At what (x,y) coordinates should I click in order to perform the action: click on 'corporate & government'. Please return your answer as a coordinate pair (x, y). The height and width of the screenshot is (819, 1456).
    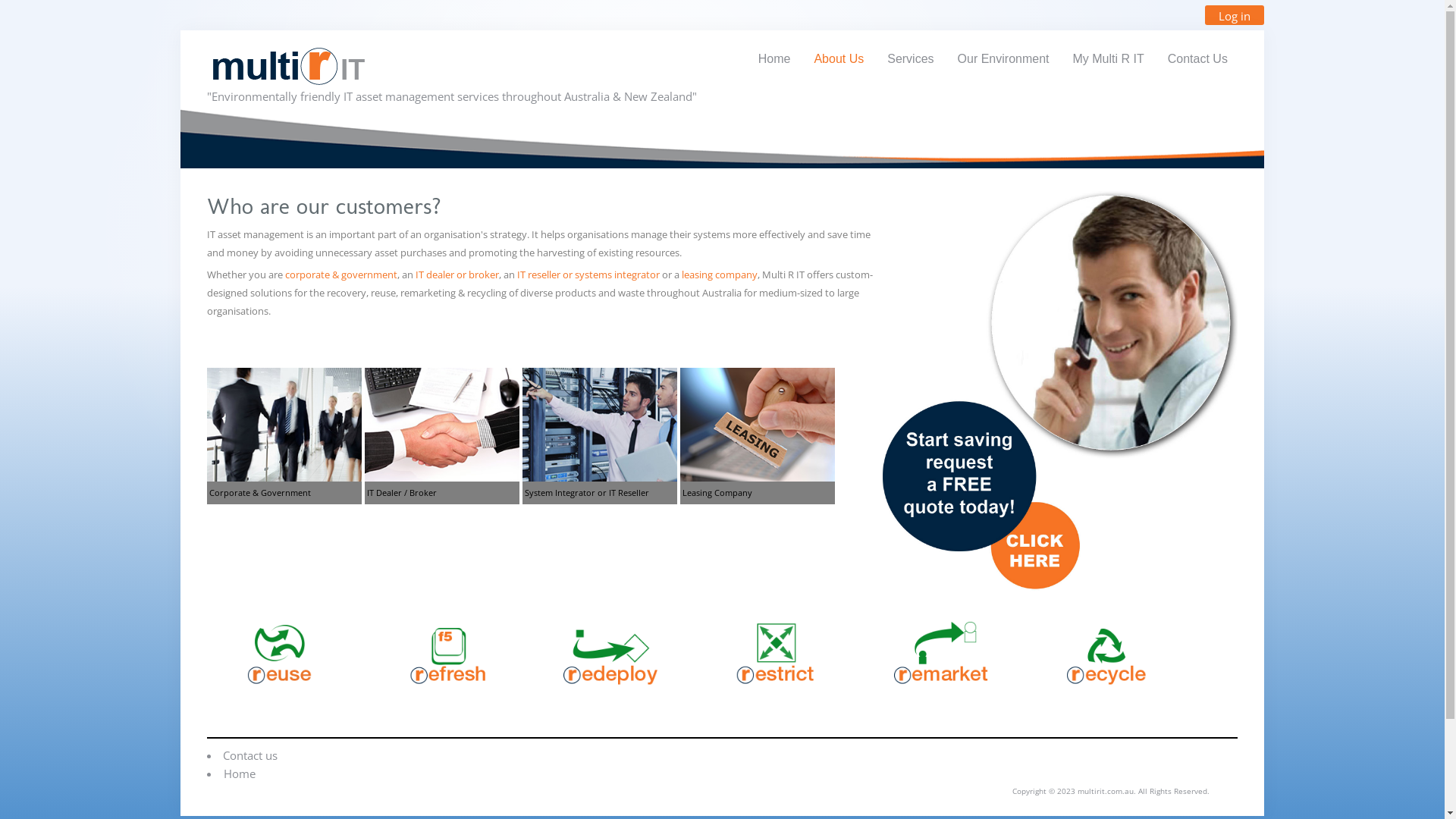
    Looking at the image, I should click on (284, 275).